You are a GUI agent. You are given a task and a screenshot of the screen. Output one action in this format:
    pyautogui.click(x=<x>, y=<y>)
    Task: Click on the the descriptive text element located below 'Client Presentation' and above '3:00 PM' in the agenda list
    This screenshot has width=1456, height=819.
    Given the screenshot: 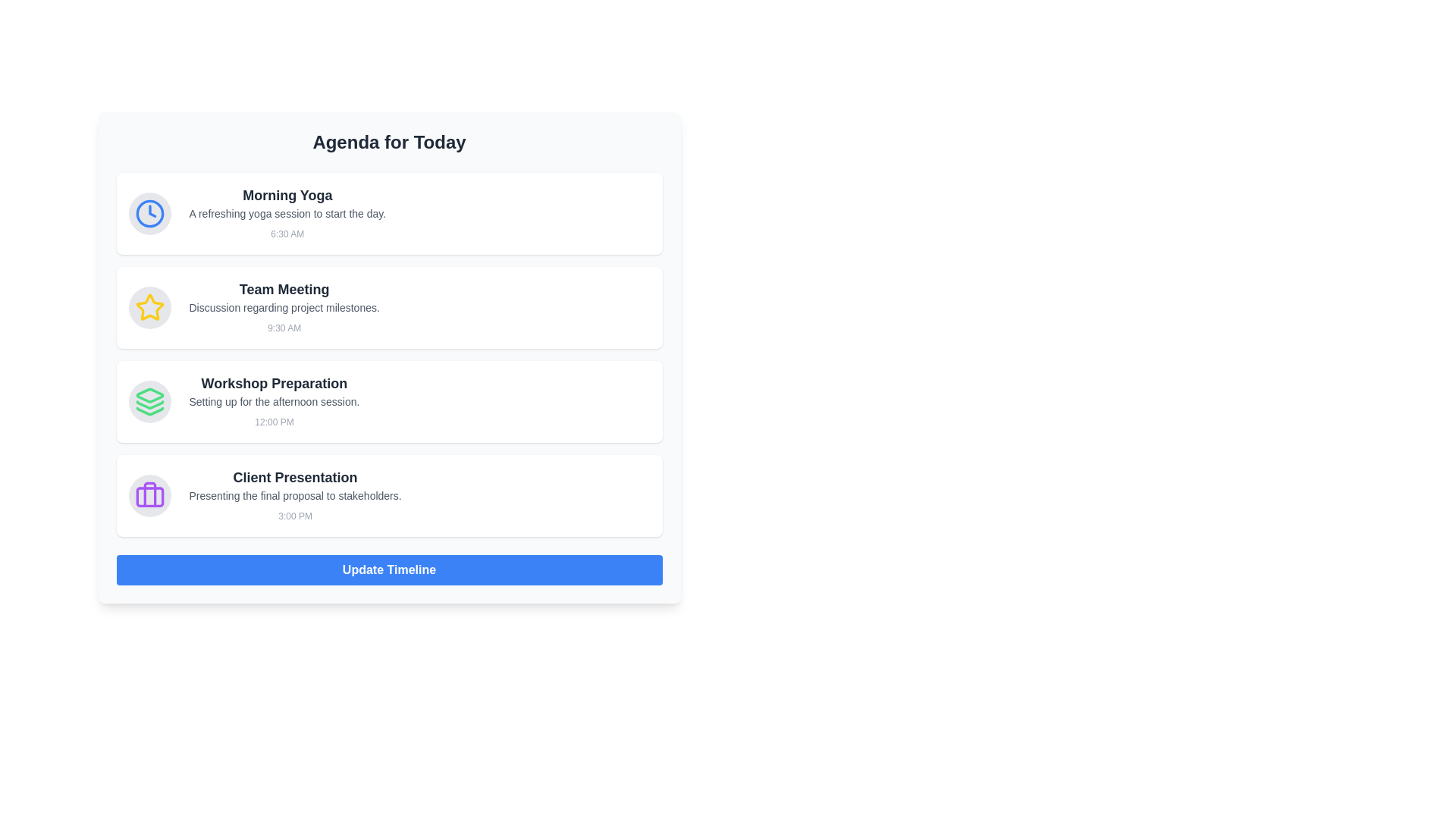 What is the action you would take?
    pyautogui.click(x=295, y=496)
    